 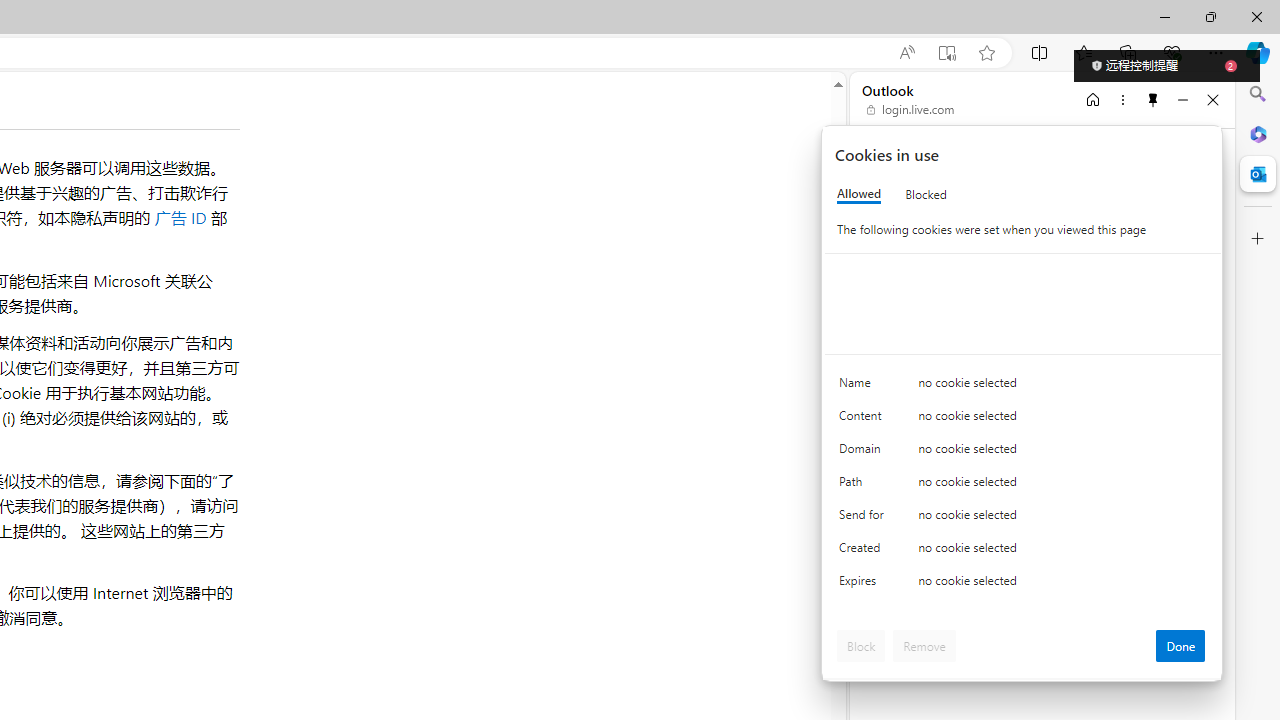 I want to click on 'Allowed', so click(x=859, y=194).